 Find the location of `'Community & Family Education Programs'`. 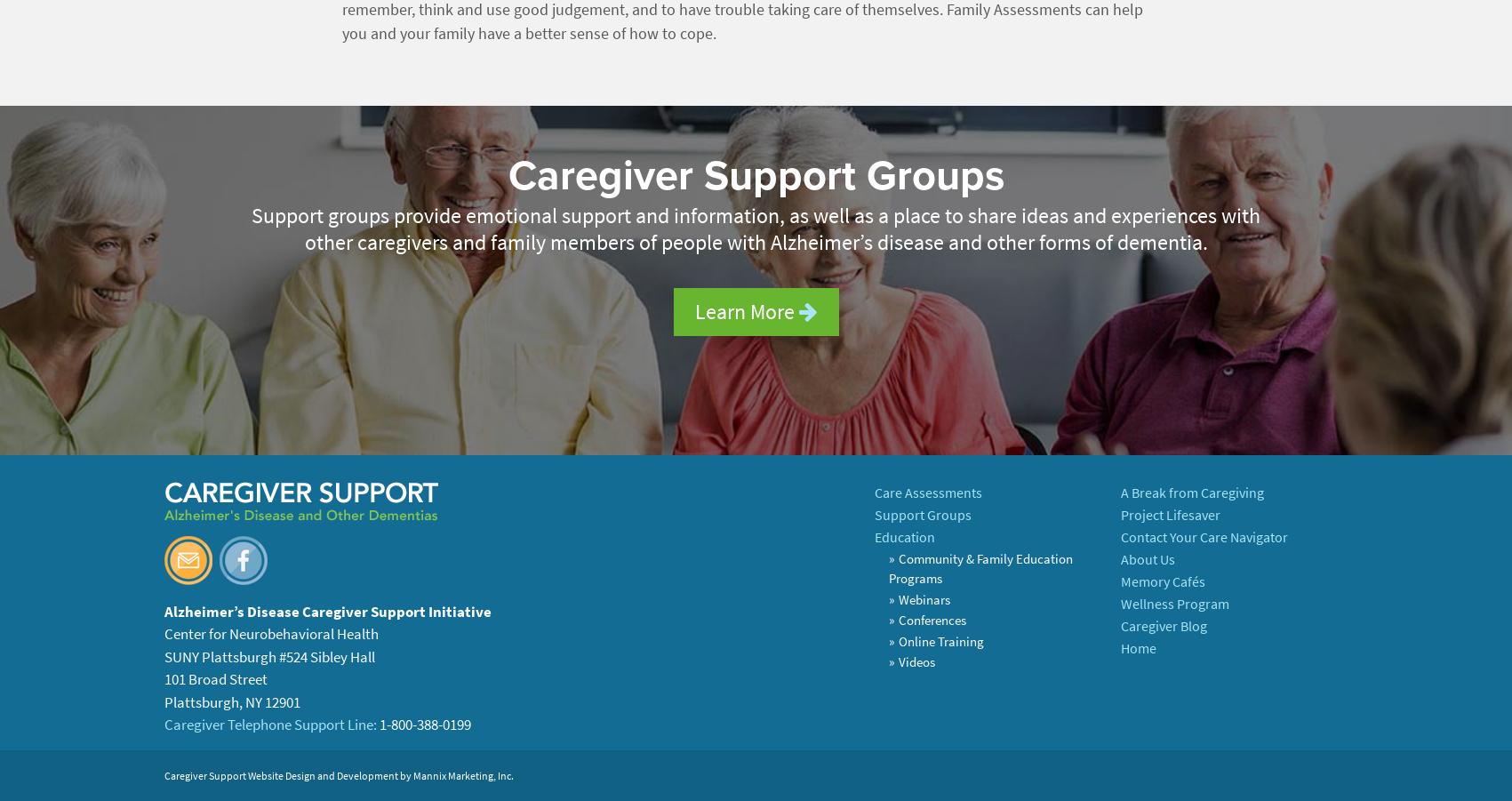

'Community & Family Education Programs' is located at coordinates (979, 568).